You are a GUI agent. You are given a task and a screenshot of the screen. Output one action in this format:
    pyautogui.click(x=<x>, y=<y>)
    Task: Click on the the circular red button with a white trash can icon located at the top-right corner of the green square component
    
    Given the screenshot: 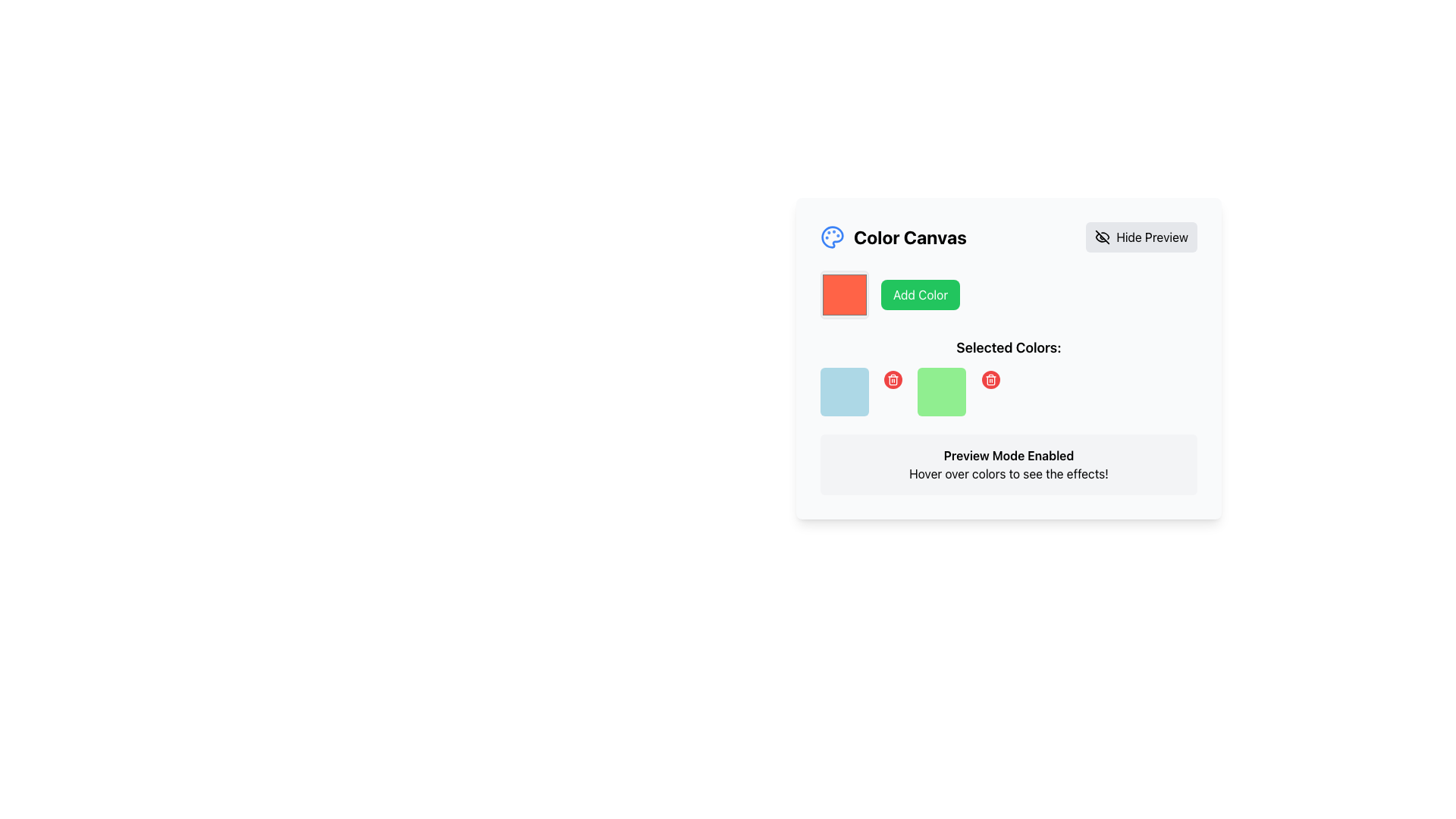 What is the action you would take?
    pyautogui.click(x=990, y=379)
    